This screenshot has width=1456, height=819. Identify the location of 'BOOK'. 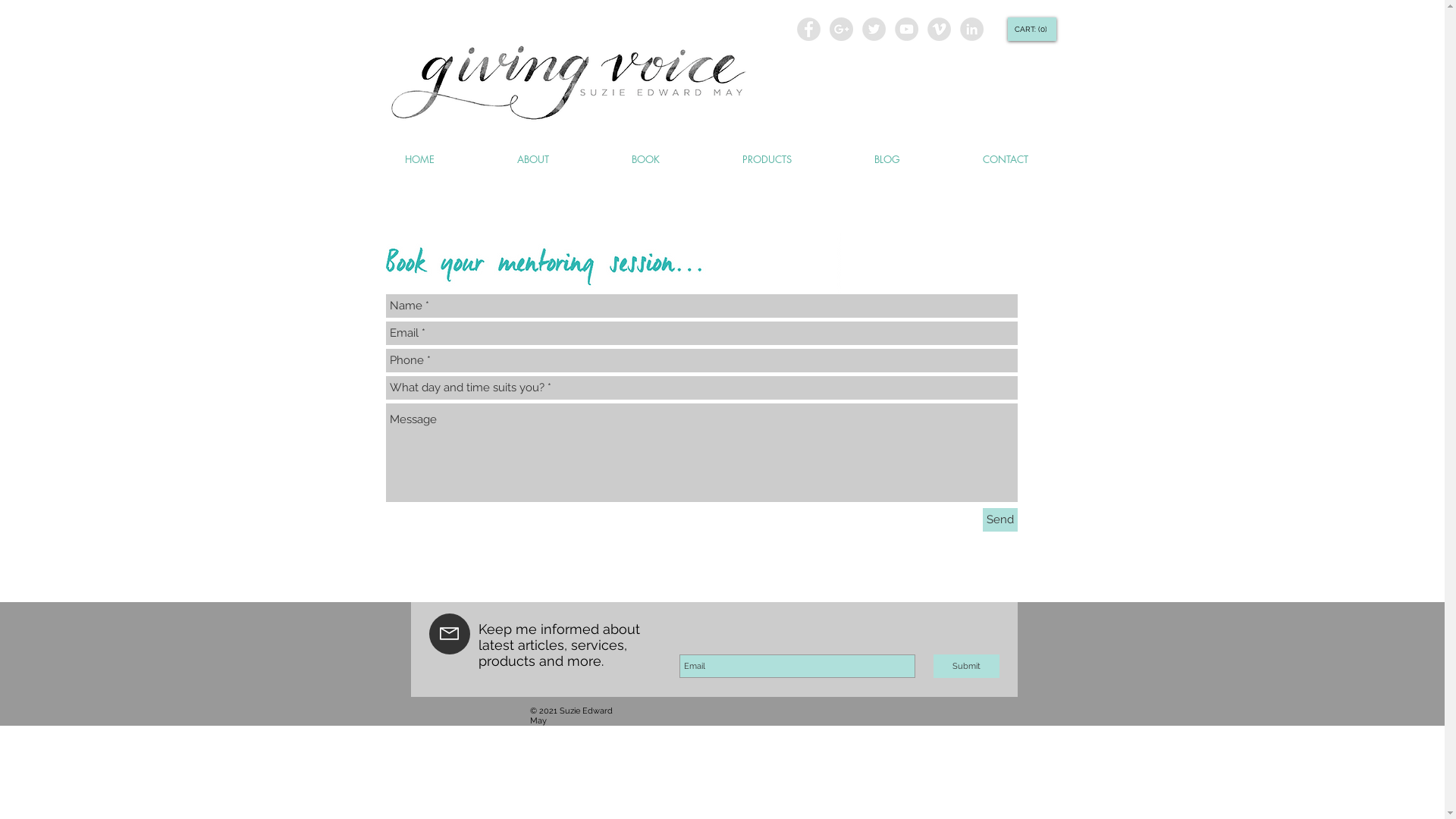
(588, 159).